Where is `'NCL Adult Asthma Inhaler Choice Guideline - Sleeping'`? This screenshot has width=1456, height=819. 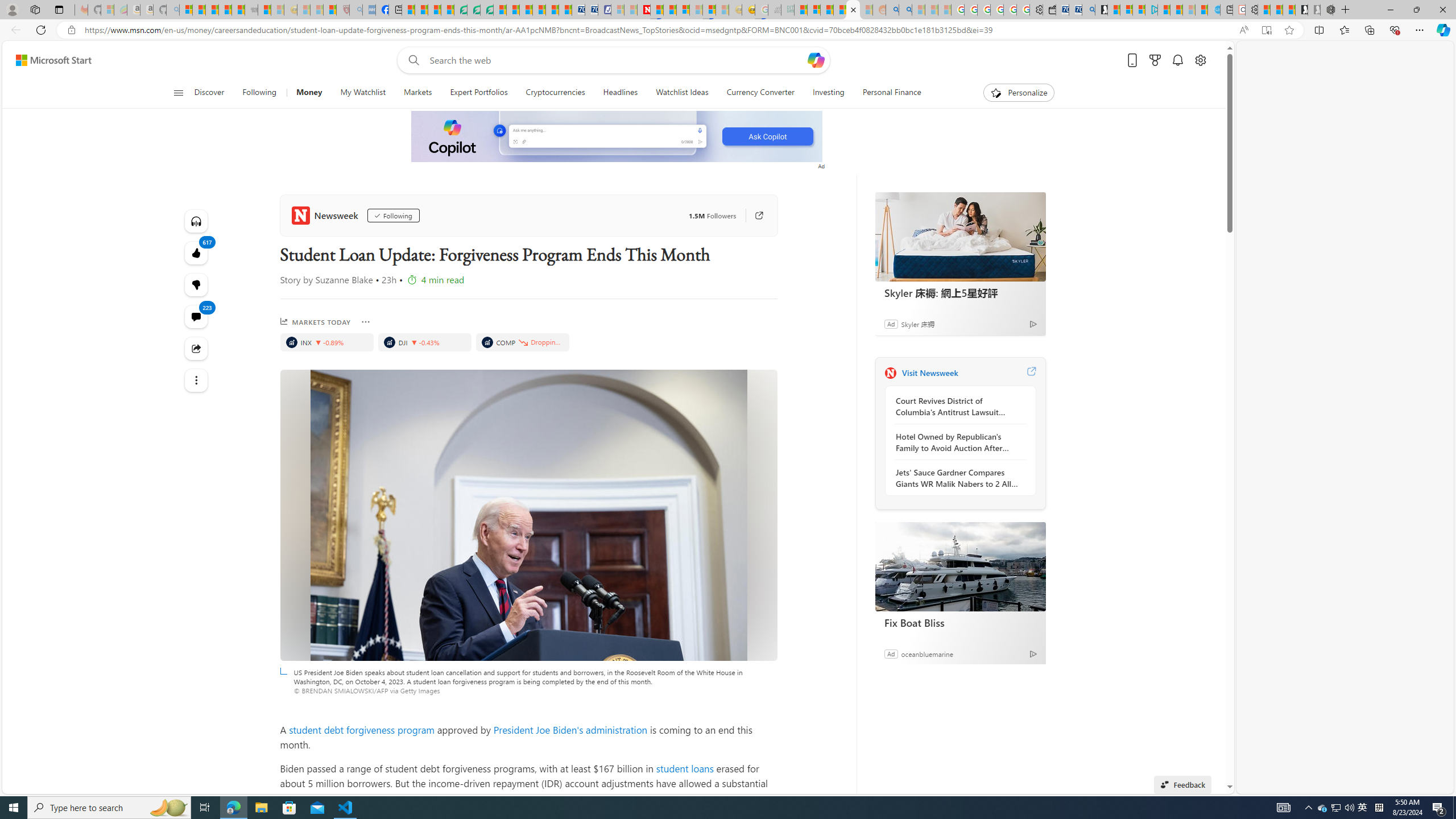 'NCL Adult Asthma Inhaler Choice Guideline - Sleeping' is located at coordinates (369, 9).